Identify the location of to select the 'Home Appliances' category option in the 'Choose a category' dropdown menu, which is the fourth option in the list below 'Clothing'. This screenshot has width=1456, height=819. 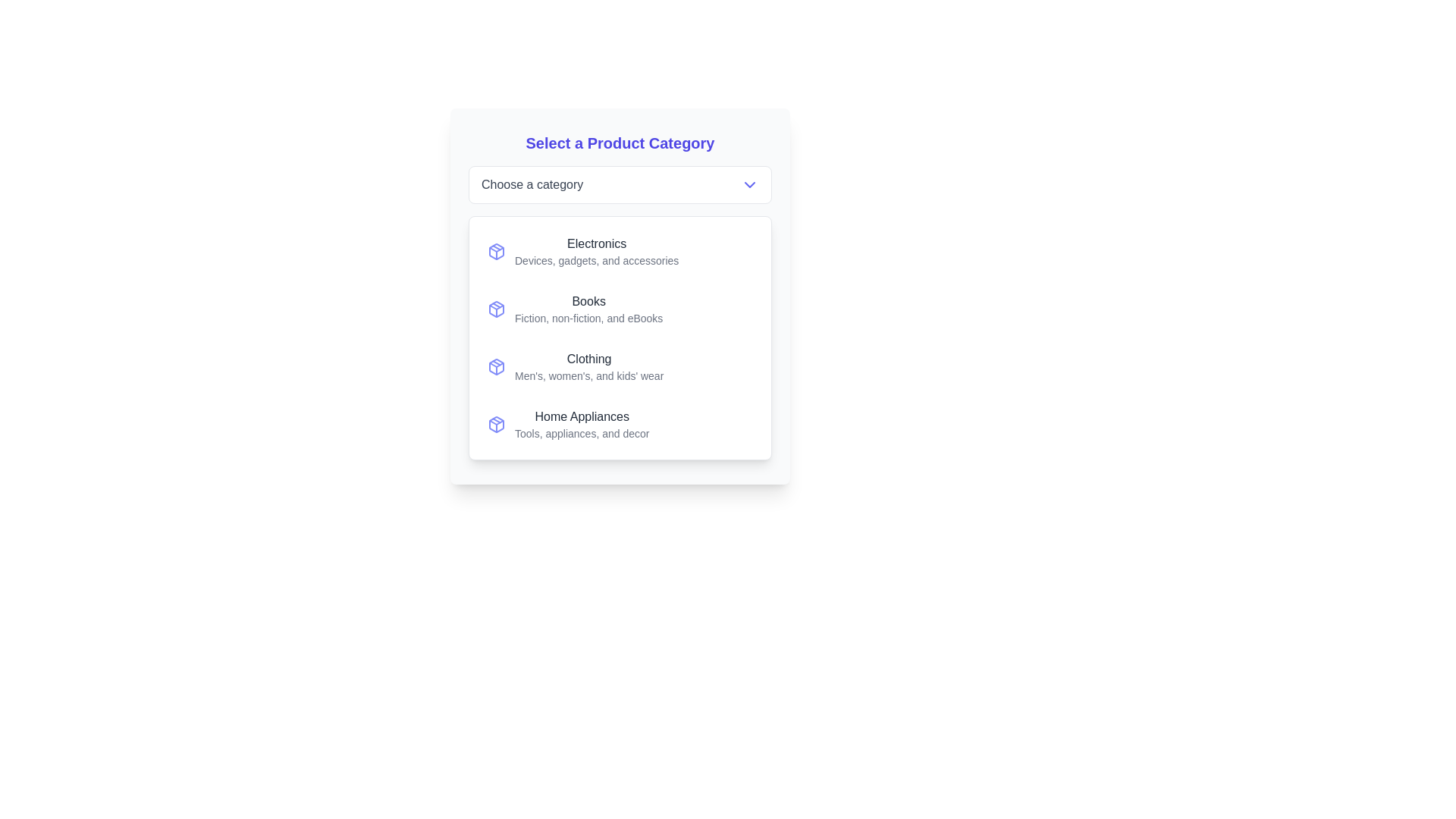
(567, 424).